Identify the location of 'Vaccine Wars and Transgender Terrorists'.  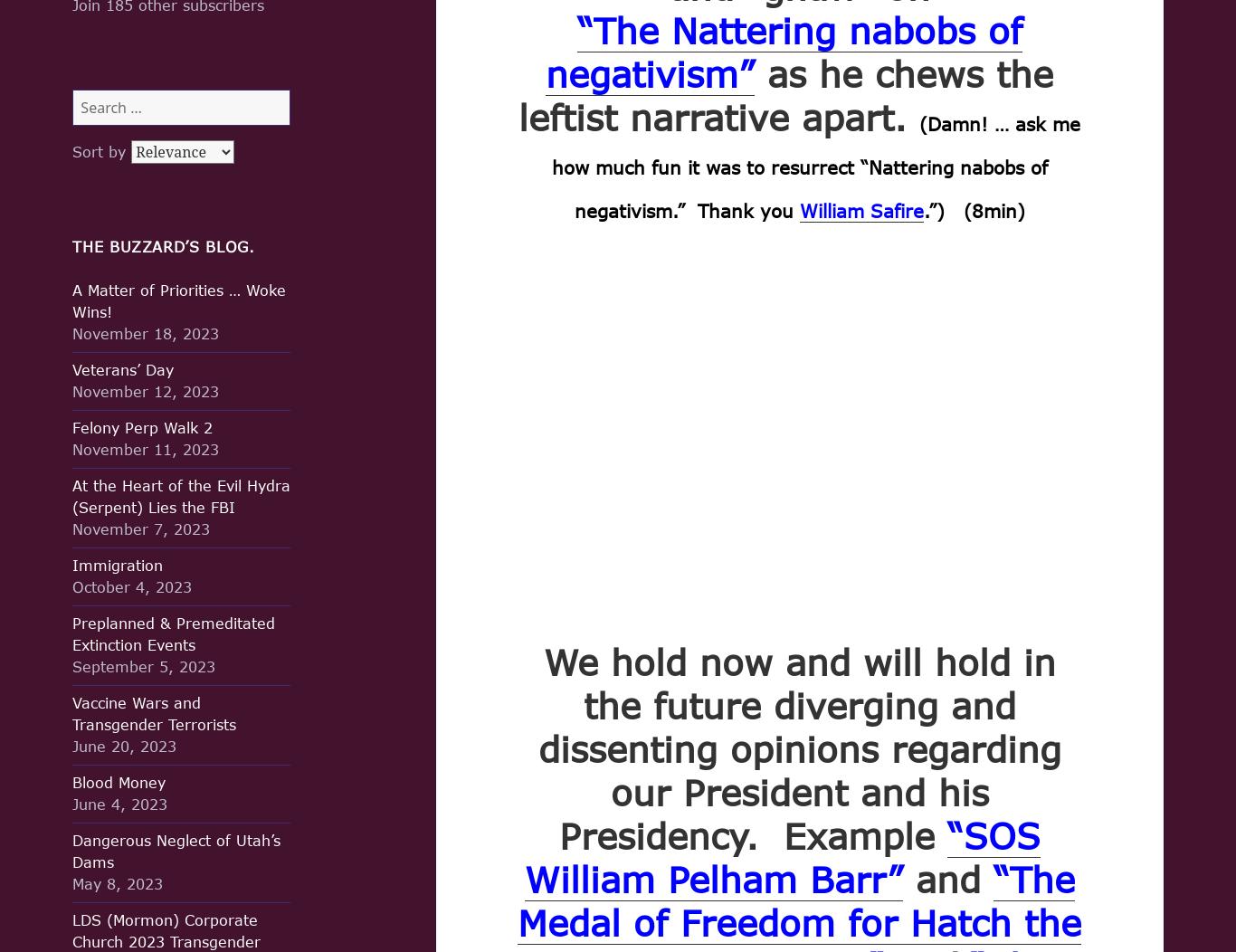
(72, 712).